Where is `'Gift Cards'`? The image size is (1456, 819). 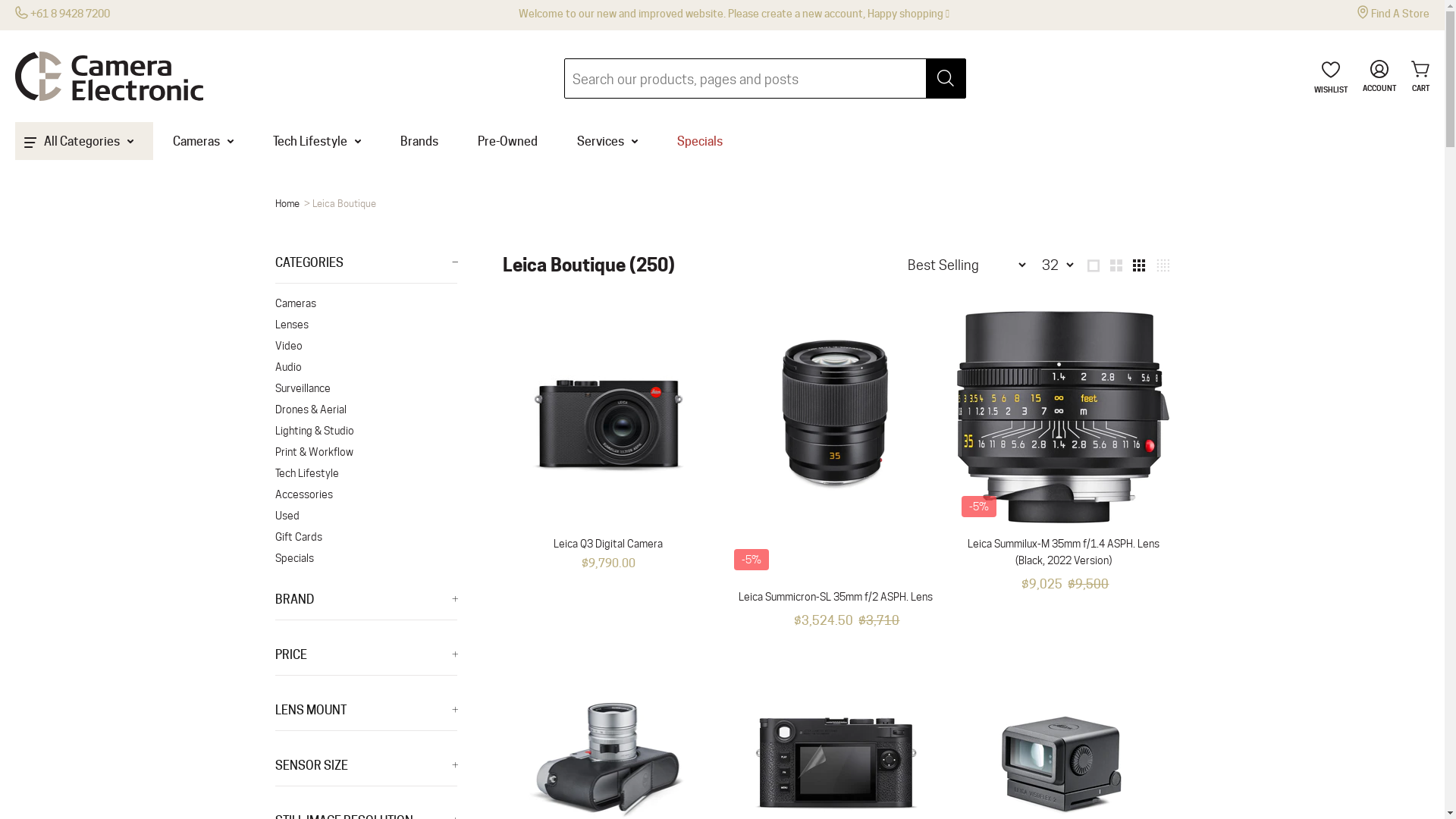
'Gift Cards' is located at coordinates (365, 536).